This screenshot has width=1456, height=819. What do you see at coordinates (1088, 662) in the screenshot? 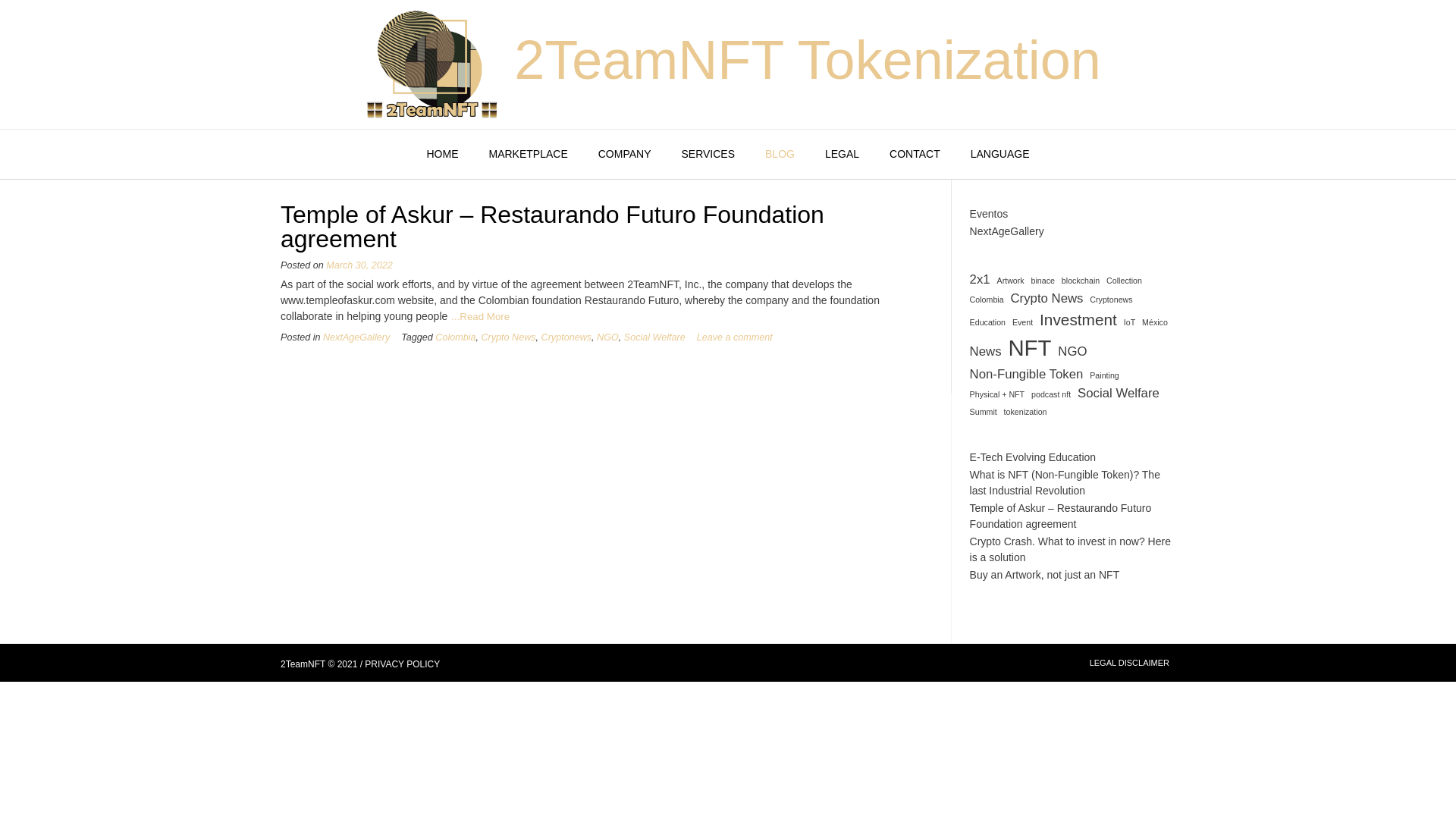
I see `'LEGAL DISCLAIMER'` at bounding box center [1088, 662].